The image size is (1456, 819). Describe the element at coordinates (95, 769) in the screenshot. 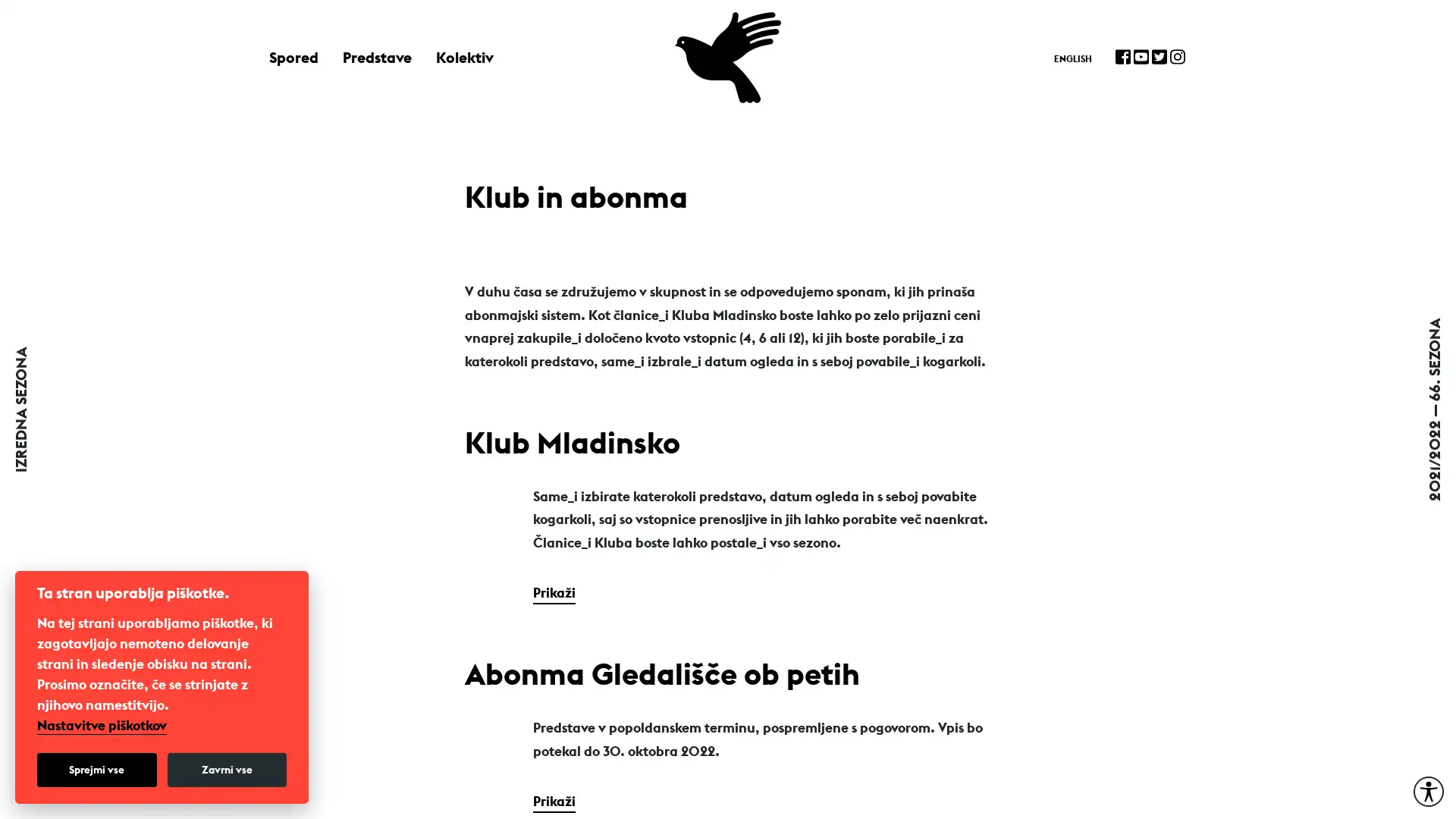

I see `Sprejmi vse` at that location.